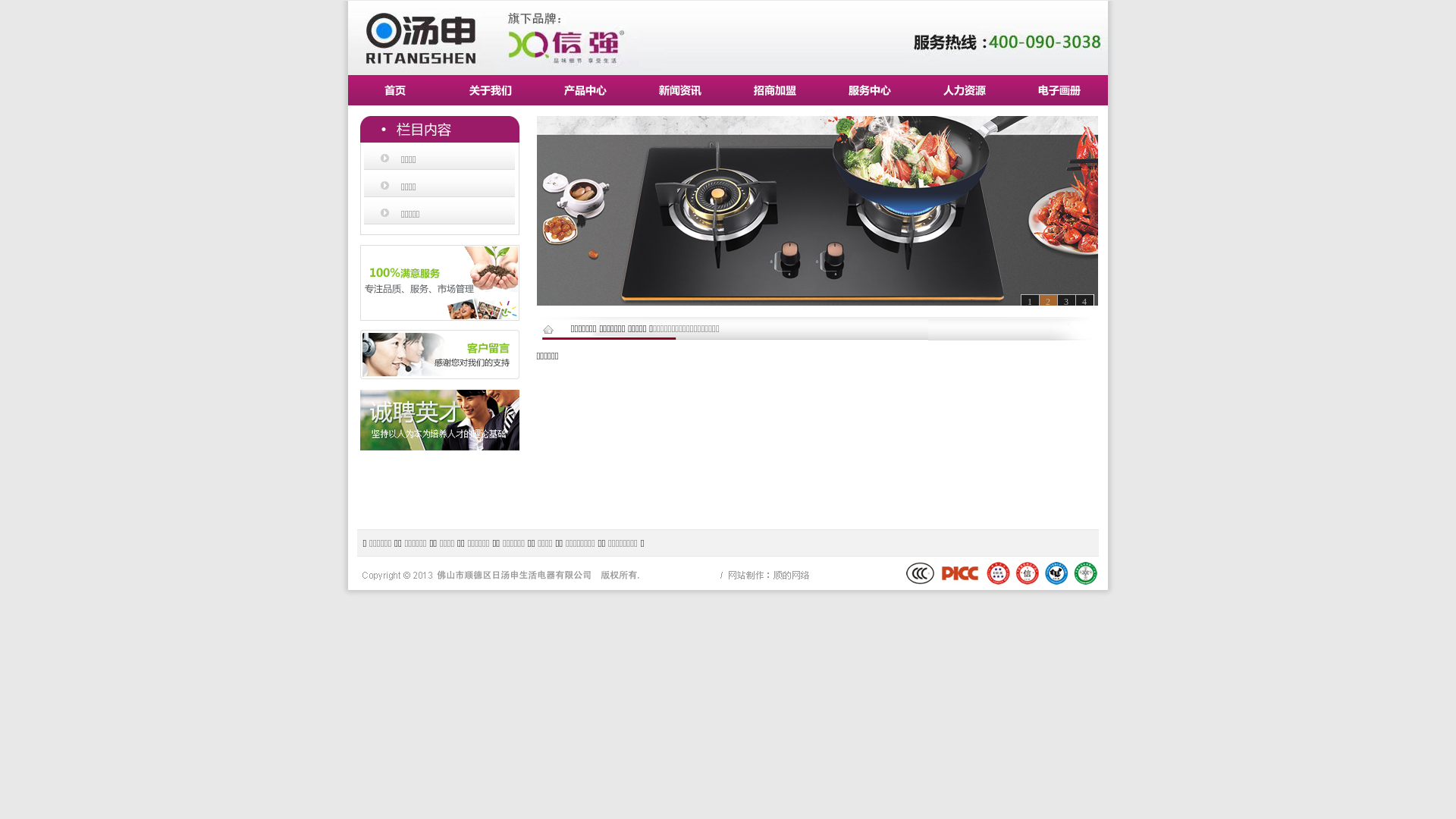 This screenshot has width=1456, height=819. Describe the element at coordinates (1047, 301) in the screenshot. I see `'2'` at that location.